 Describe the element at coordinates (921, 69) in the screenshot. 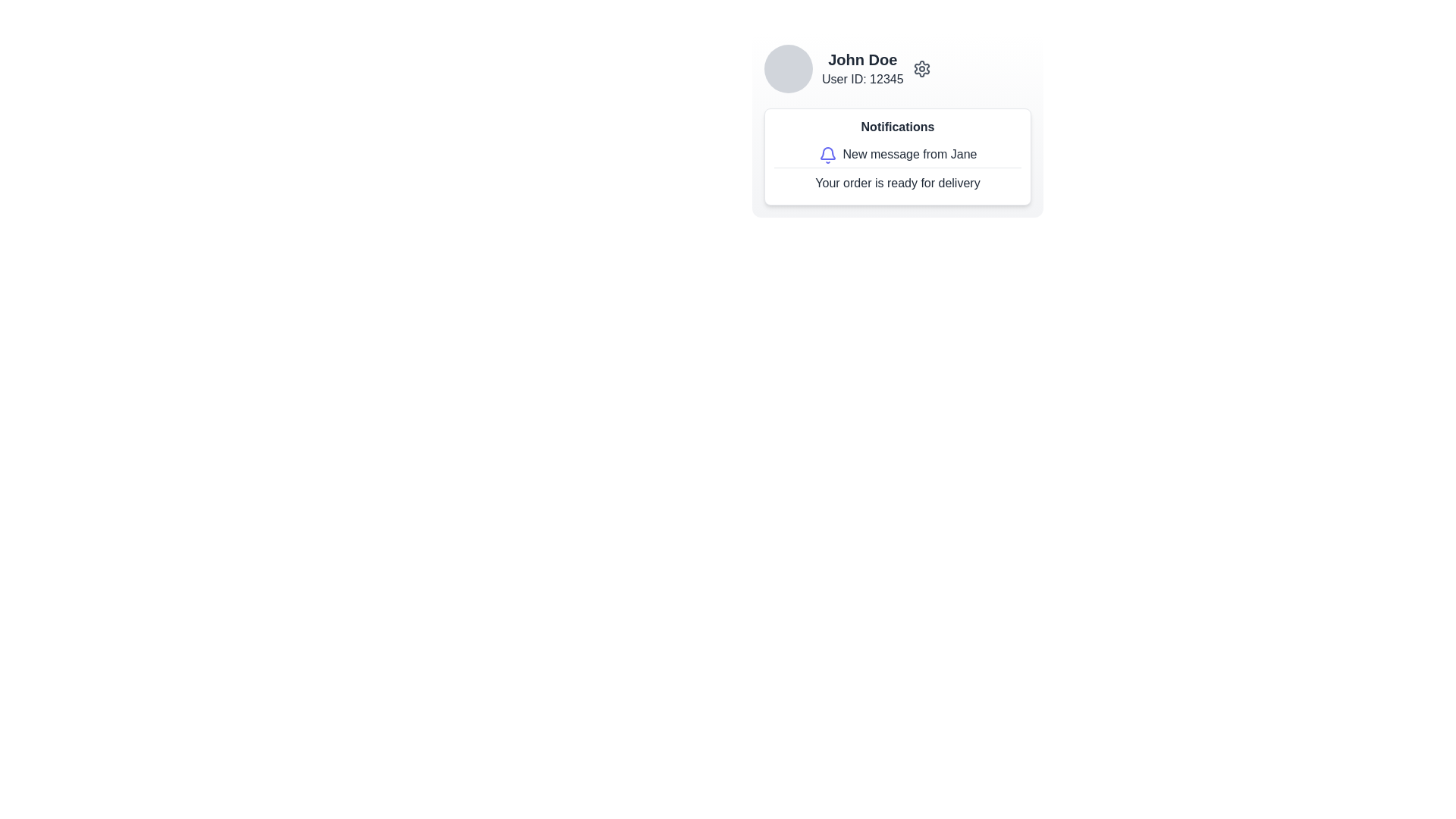

I see `the settings button to toggle the visibility of the notifications section` at that location.